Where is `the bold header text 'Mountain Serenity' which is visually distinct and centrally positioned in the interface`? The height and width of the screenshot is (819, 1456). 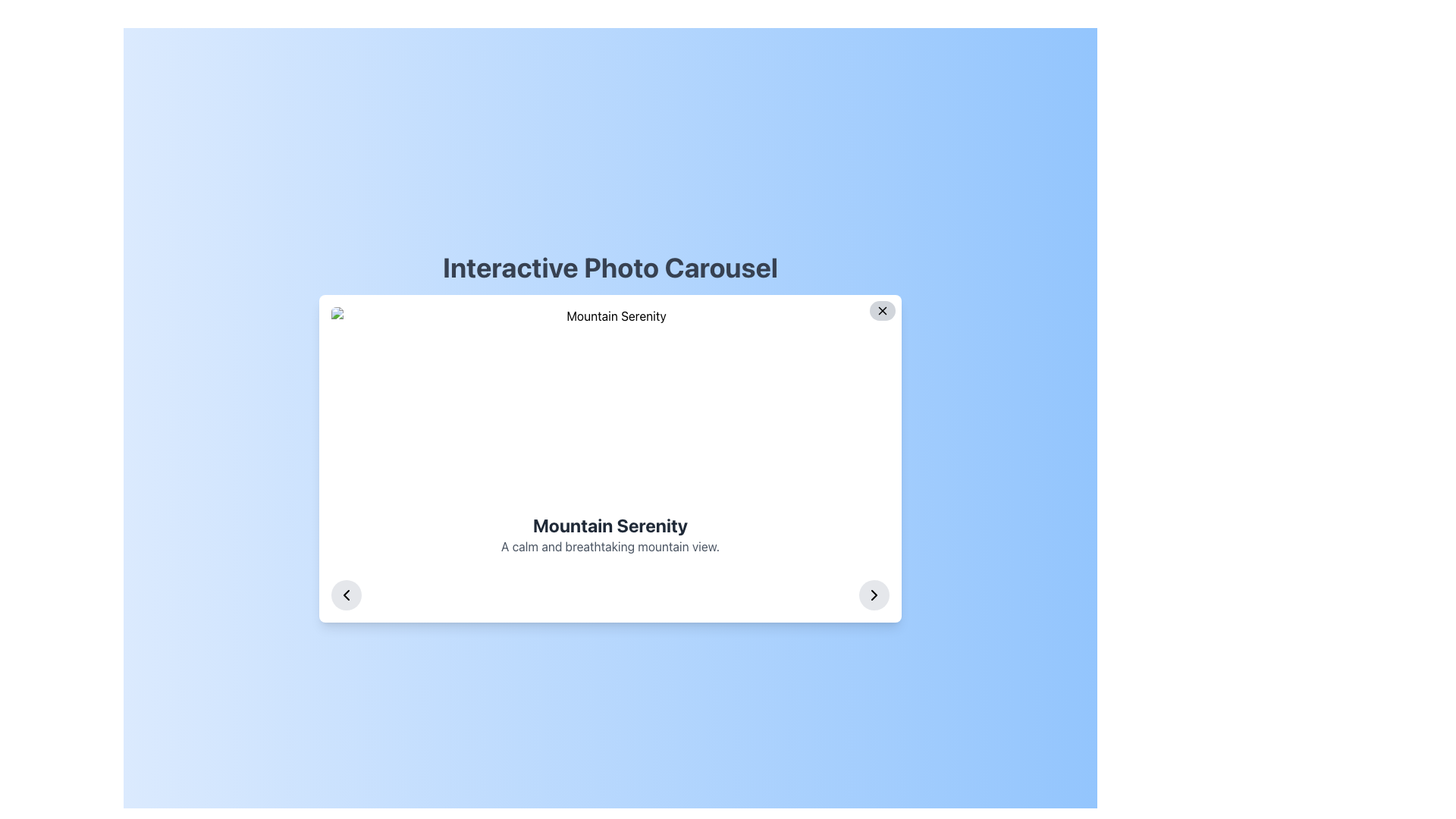 the bold header text 'Mountain Serenity' which is visually distinct and centrally positioned in the interface is located at coordinates (610, 525).